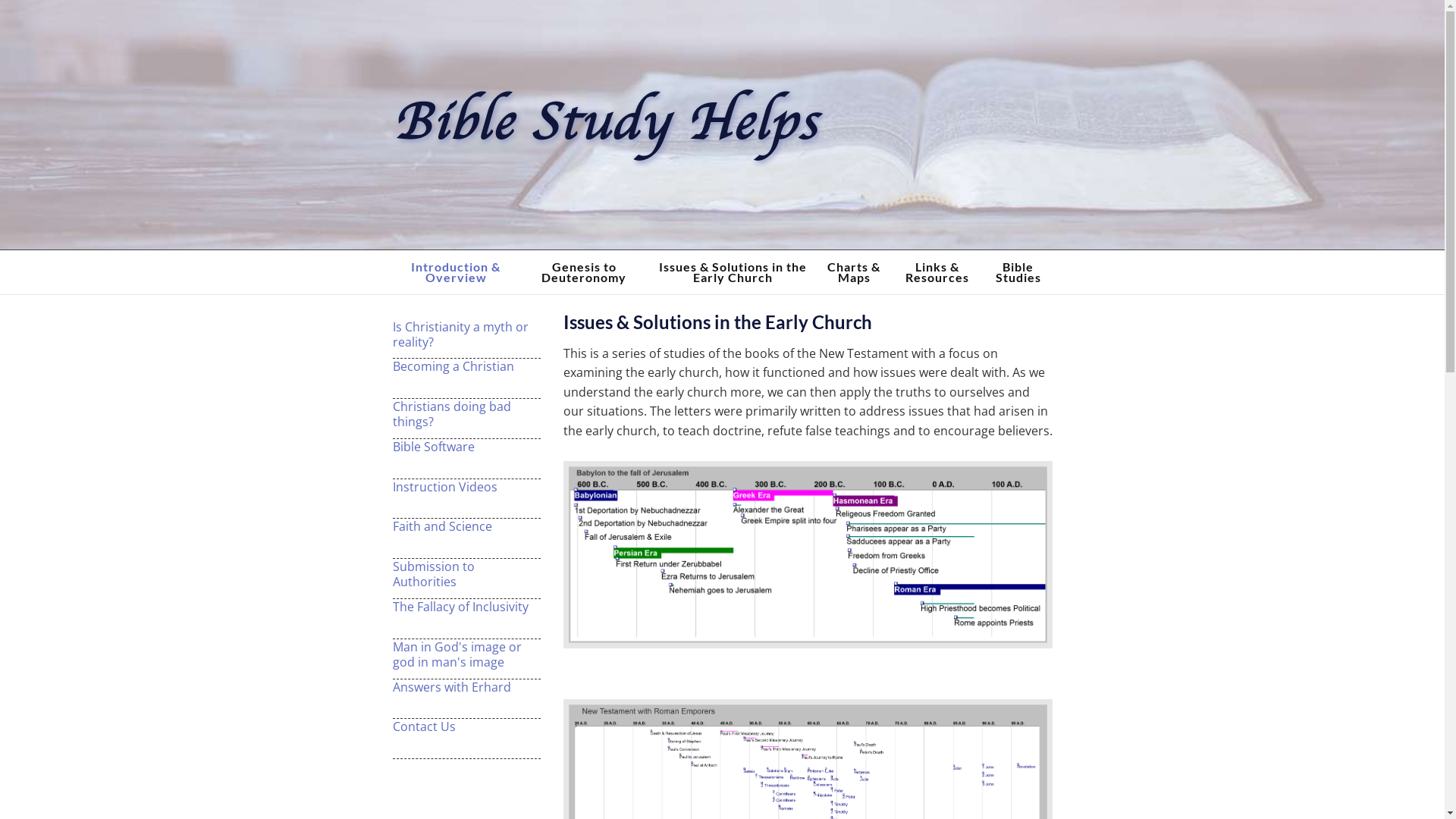 The image size is (1456, 819). What do you see at coordinates (937, 271) in the screenshot?
I see `'Links & Resources'` at bounding box center [937, 271].